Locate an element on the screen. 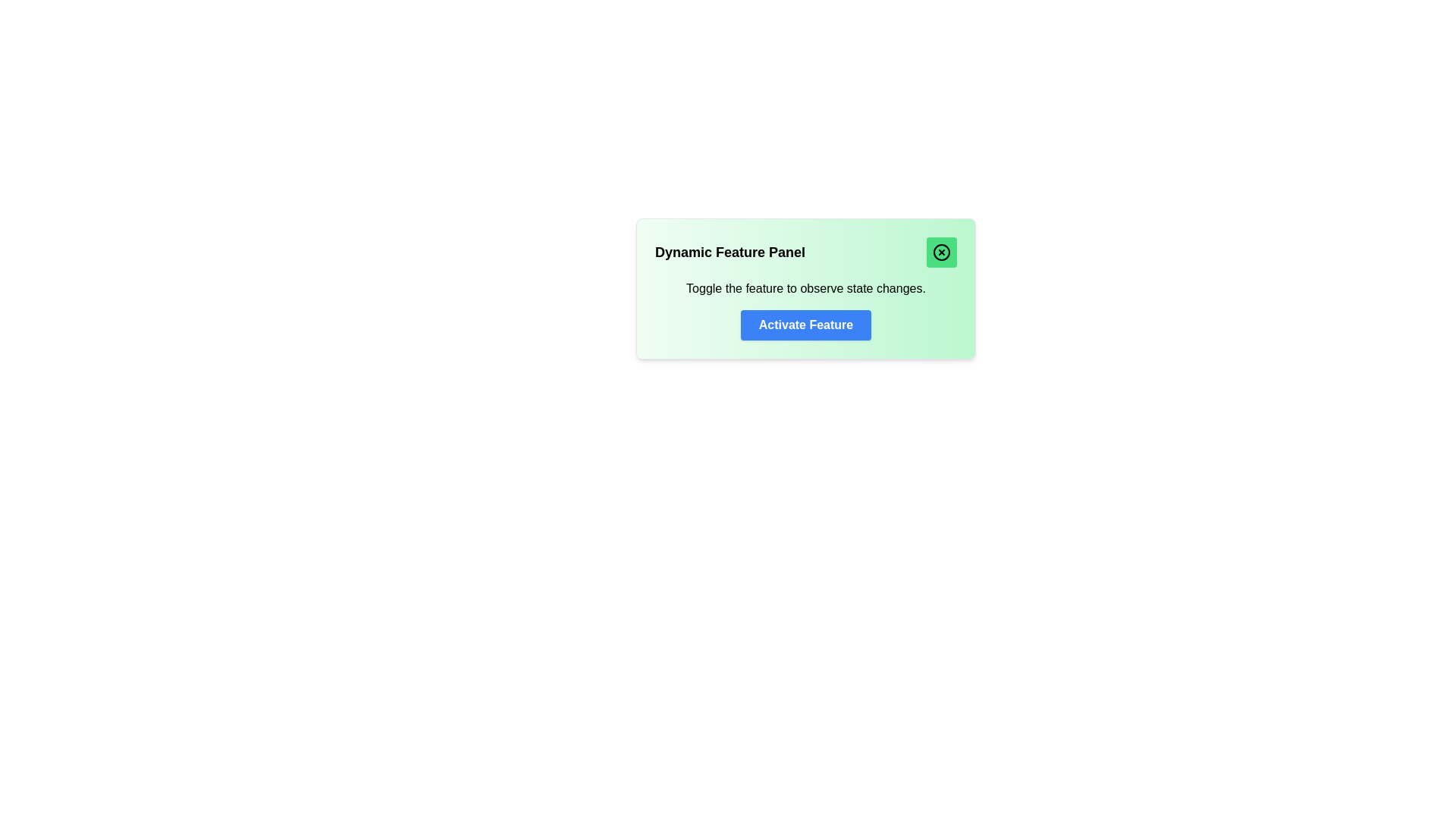 The image size is (1456, 819). the 'Activate Feature' button, which is a rectangular button with rounded corners and a blue background, located within the 'Dynamic Feature Panel' below the text 'Toggle the feature to observe state changes.' is located at coordinates (805, 324).